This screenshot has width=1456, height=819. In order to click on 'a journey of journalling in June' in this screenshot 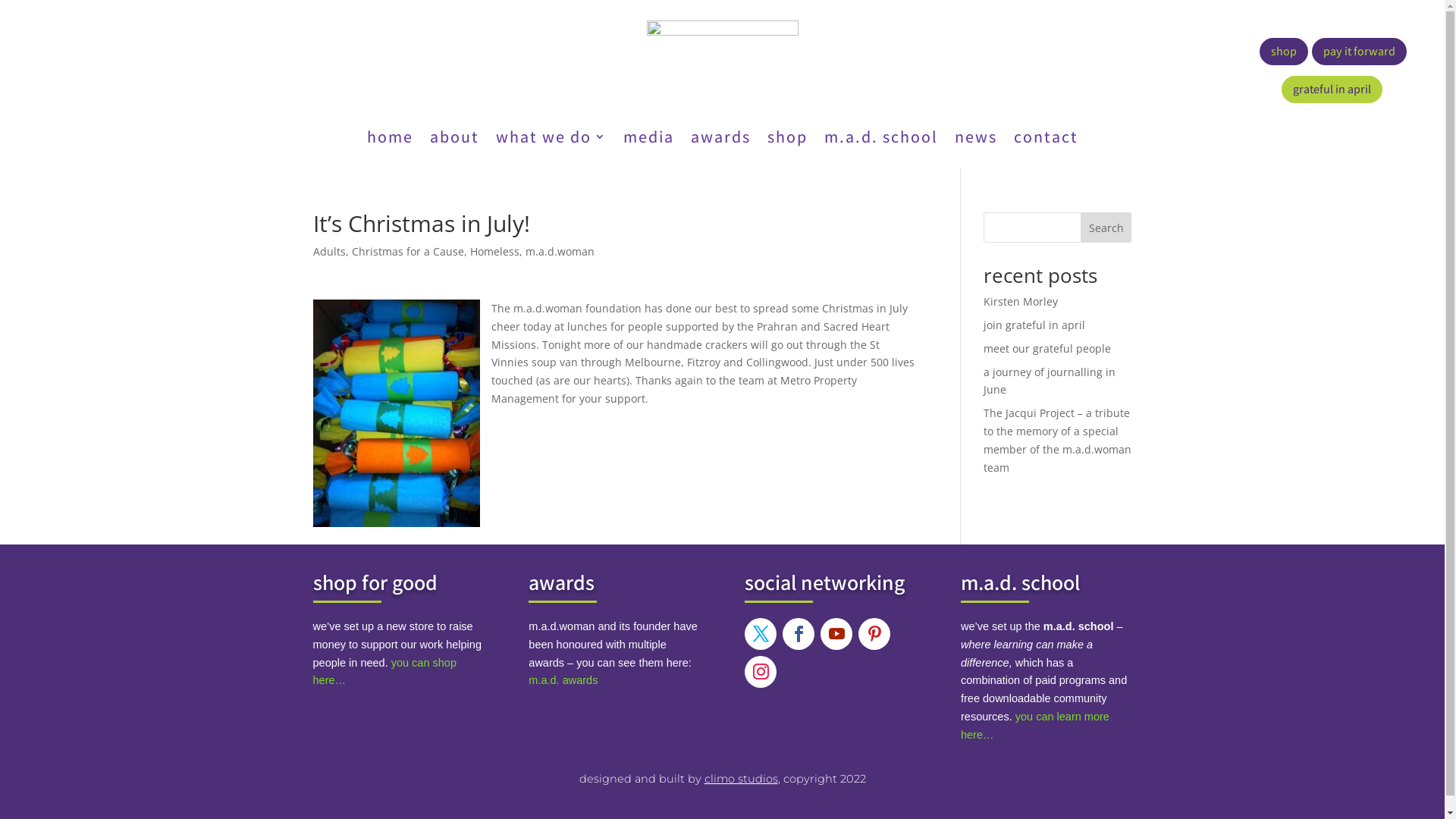, I will do `click(1048, 380)`.